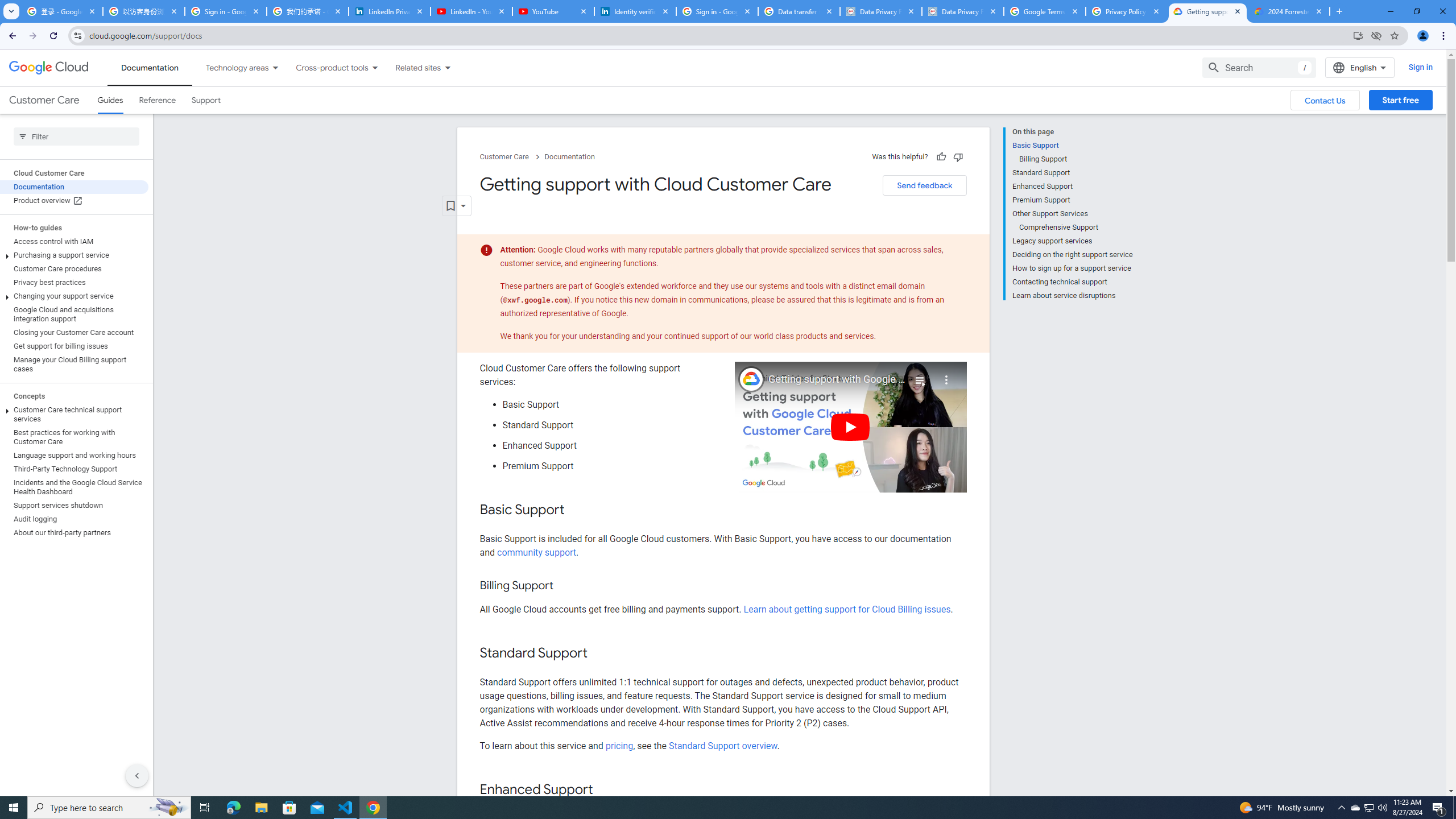 Image resolution: width=1456 pixels, height=819 pixels. Describe the element at coordinates (109, 100) in the screenshot. I see `'Guides, selected'` at that location.